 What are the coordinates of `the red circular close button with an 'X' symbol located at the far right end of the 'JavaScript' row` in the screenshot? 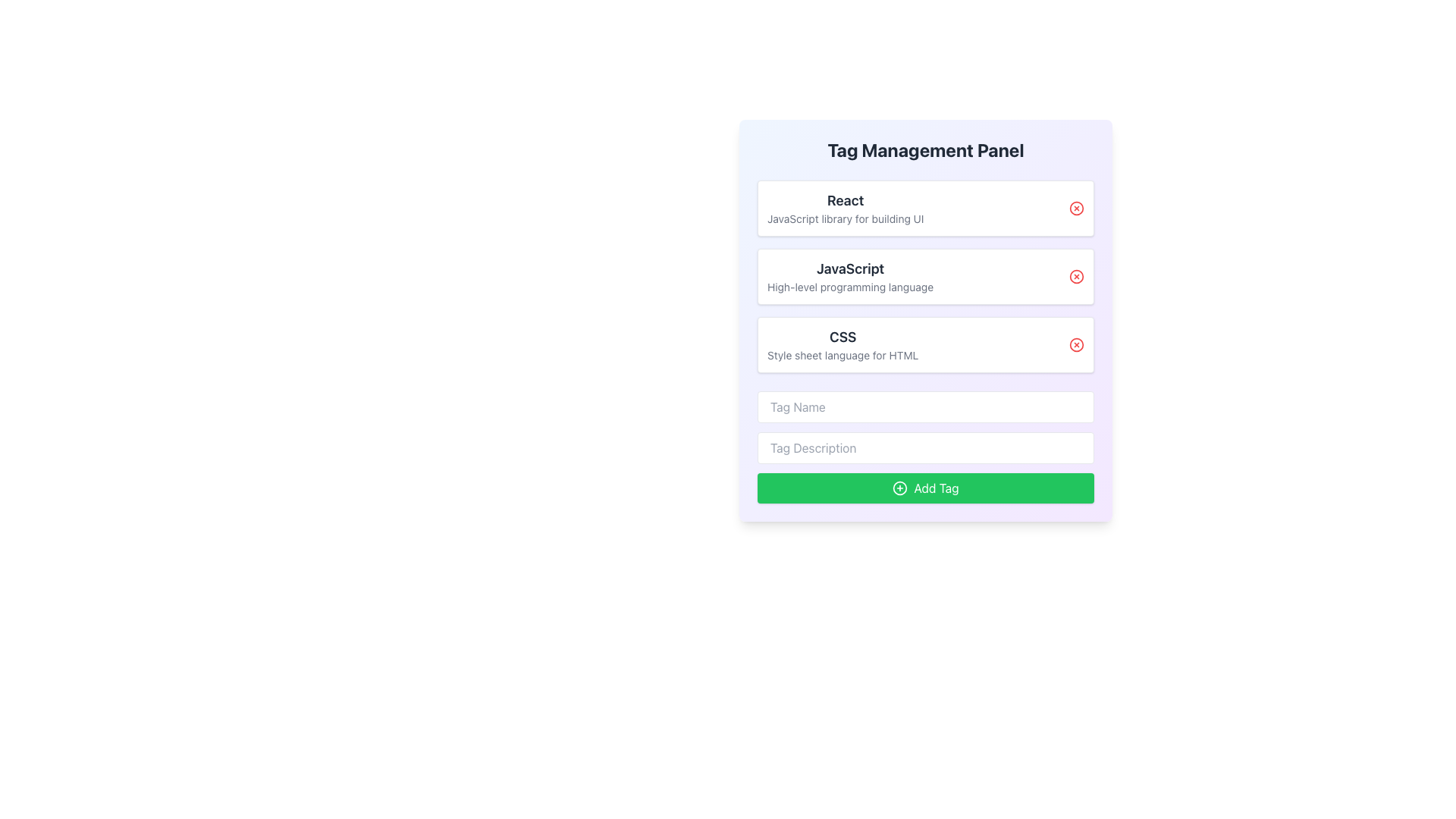 It's located at (1076, 277).